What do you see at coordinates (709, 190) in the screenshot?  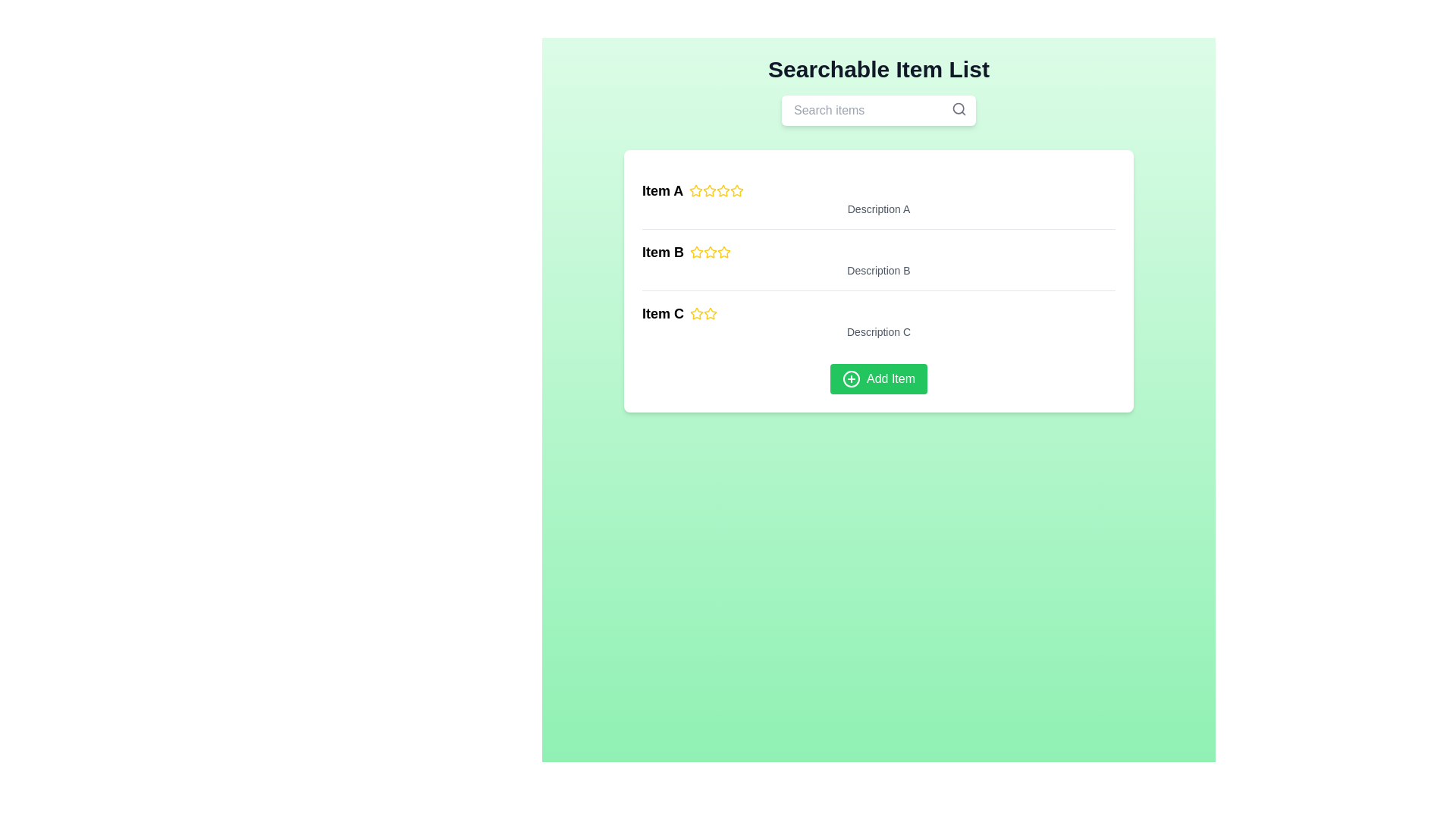 I see `the second star rating icon for 'Item A'` at bounding box center [709, 190].